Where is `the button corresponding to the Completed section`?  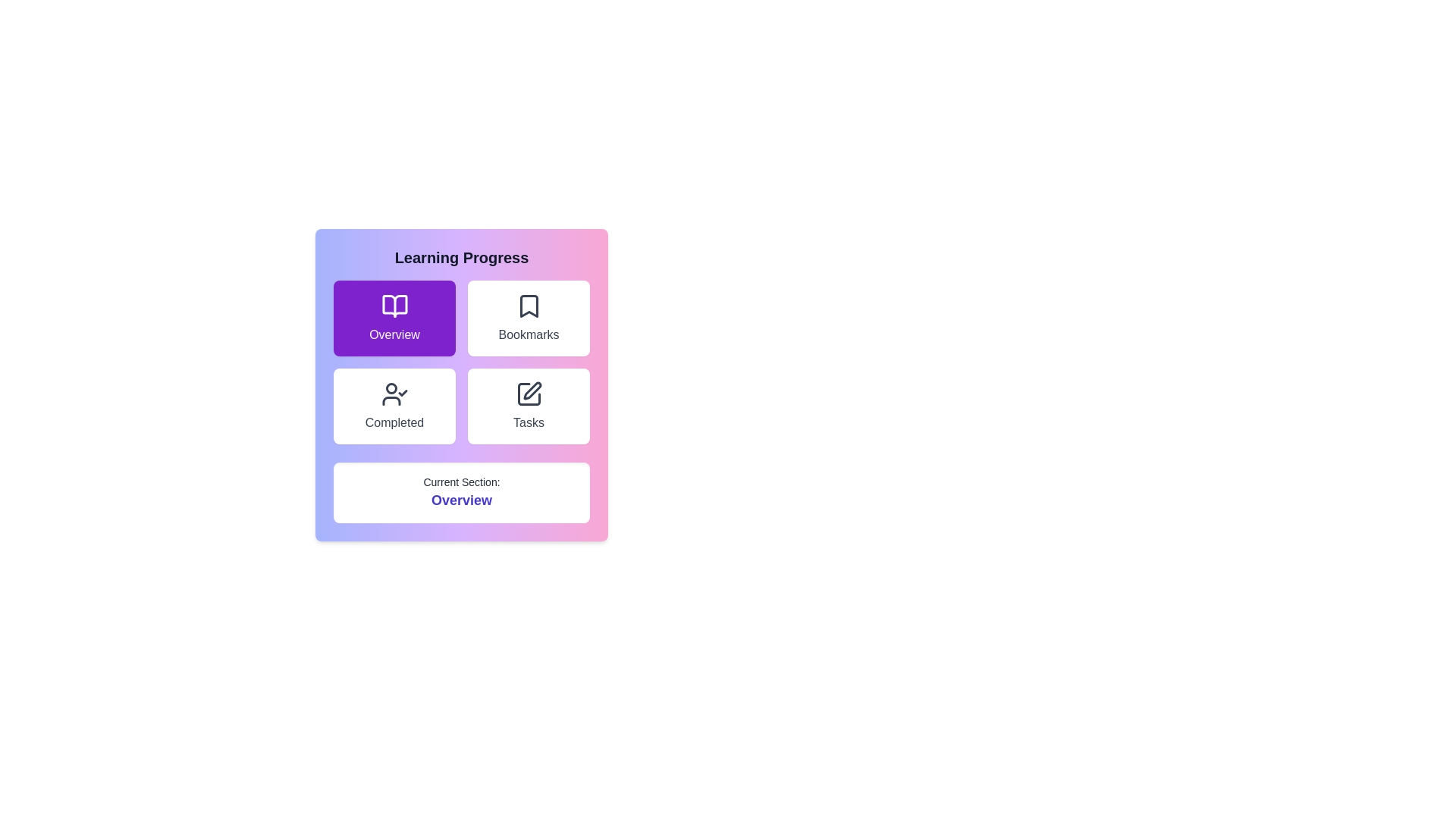
the button corresponding to the Completed section is located at coordinates (394, 406).